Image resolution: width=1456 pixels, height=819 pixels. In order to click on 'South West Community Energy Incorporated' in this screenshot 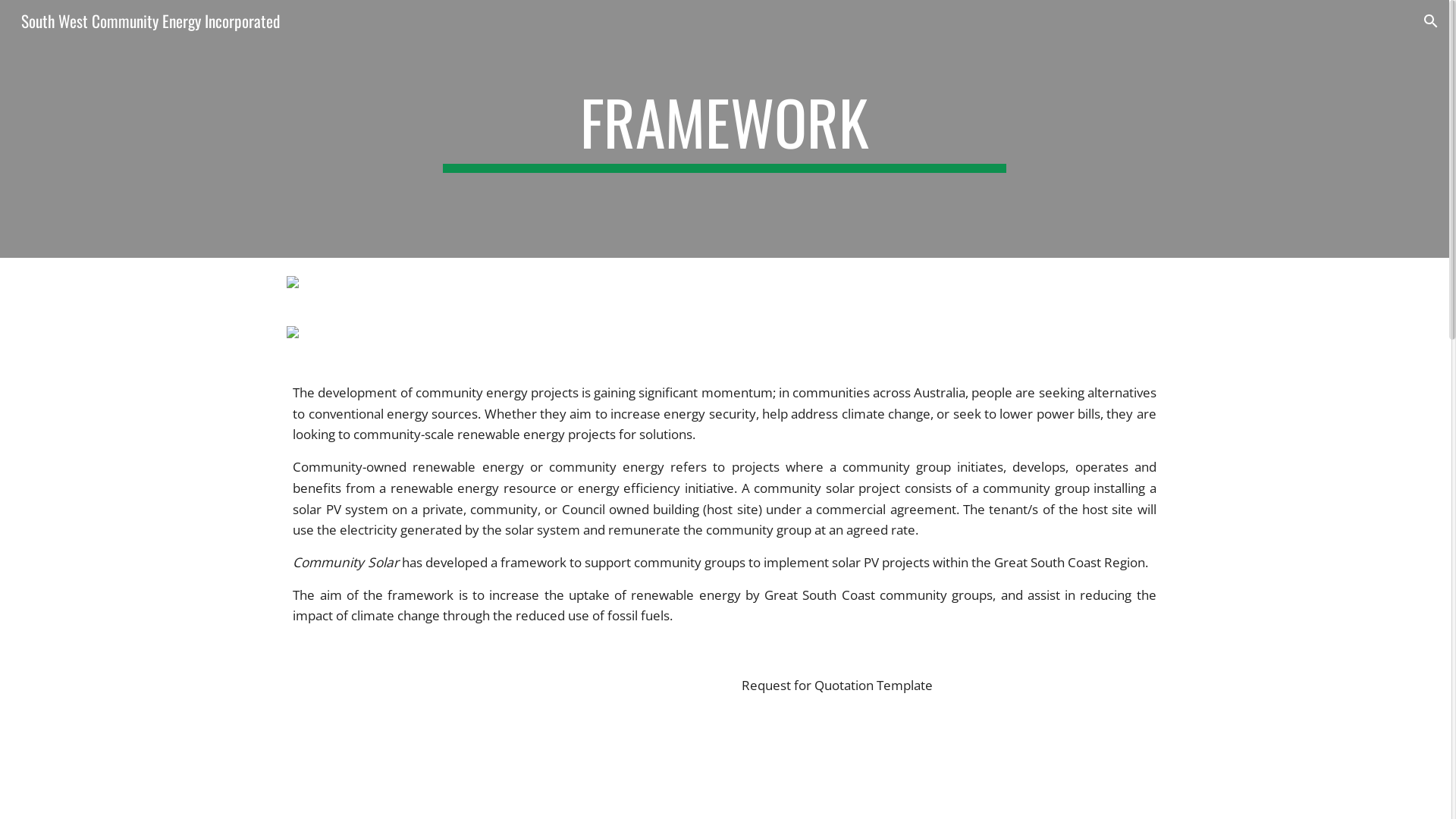, I will do `click(150, 18)`.